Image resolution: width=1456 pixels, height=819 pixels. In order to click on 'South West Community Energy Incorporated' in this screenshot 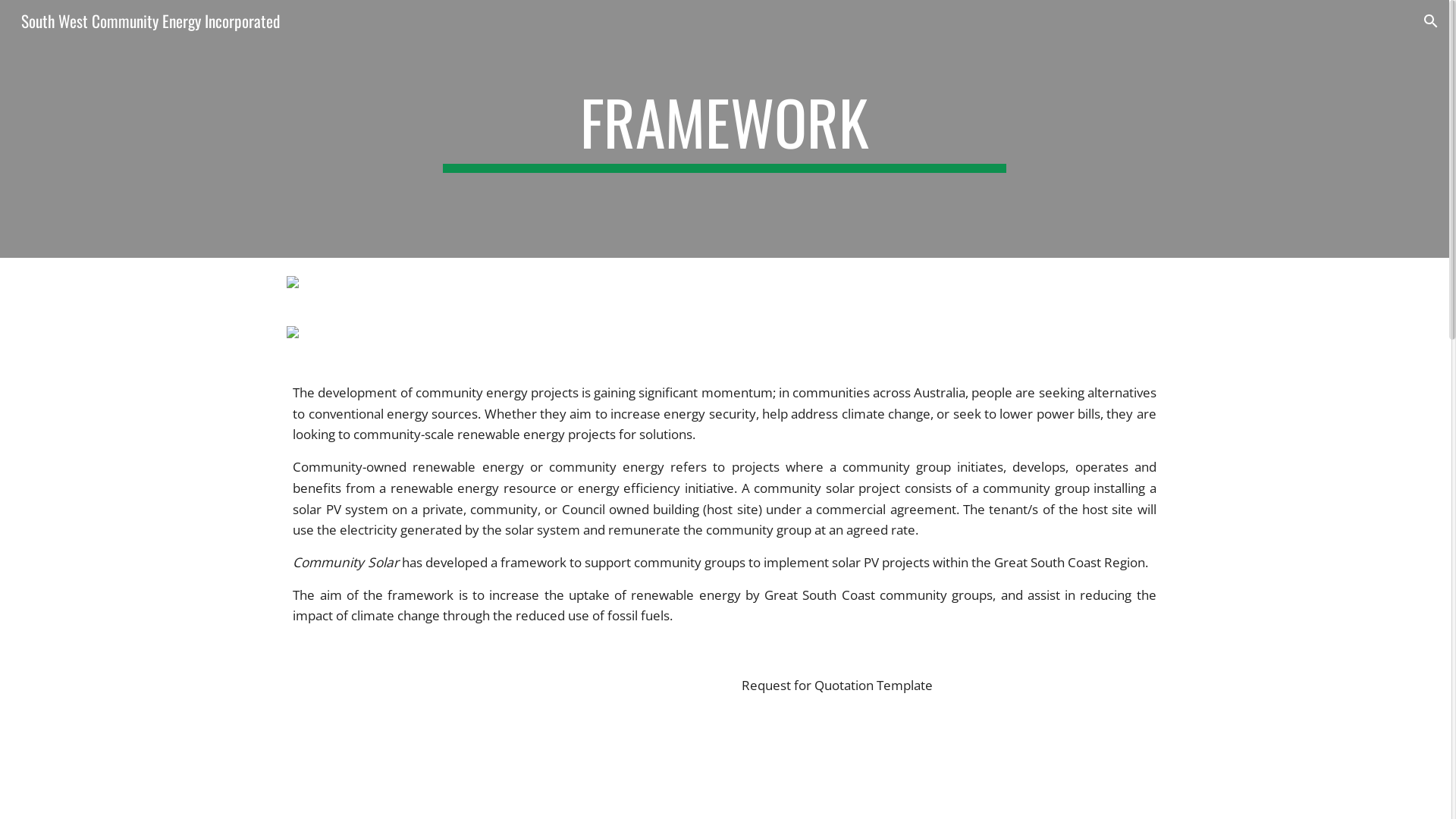, I will do `click(150, 18)`.